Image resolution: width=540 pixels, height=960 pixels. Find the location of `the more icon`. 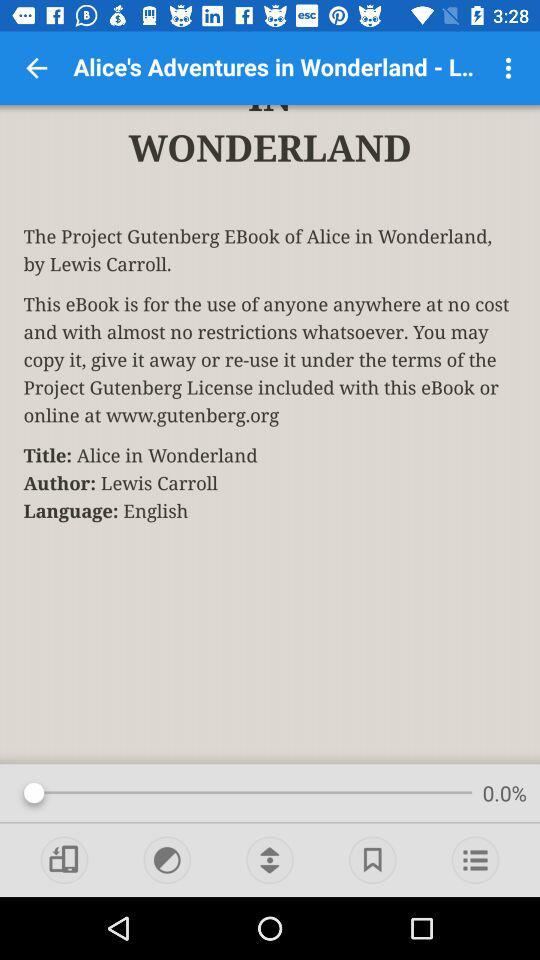

the more icon is located at coordinates (508, 68).